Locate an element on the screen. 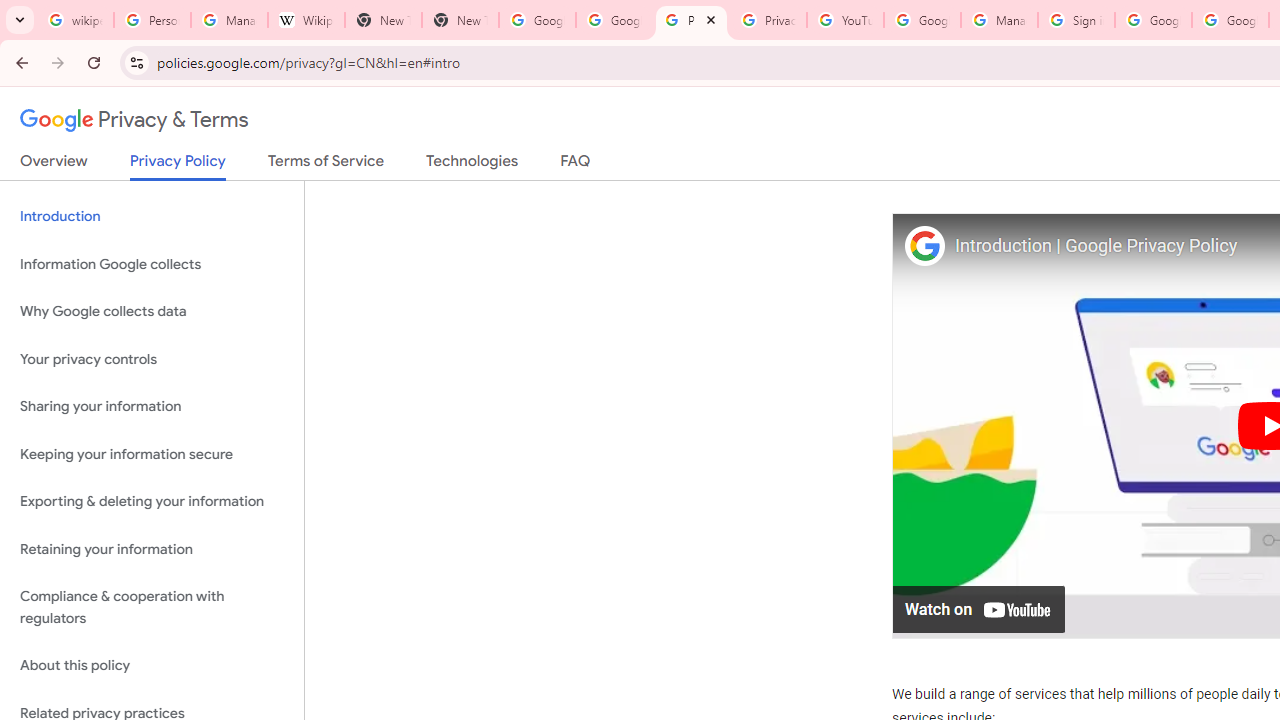 The width and height of the screenshot is (1280, 720). 'Wikipedia:Edit requests - Wikipedia' is located at coordinates (305, 20).